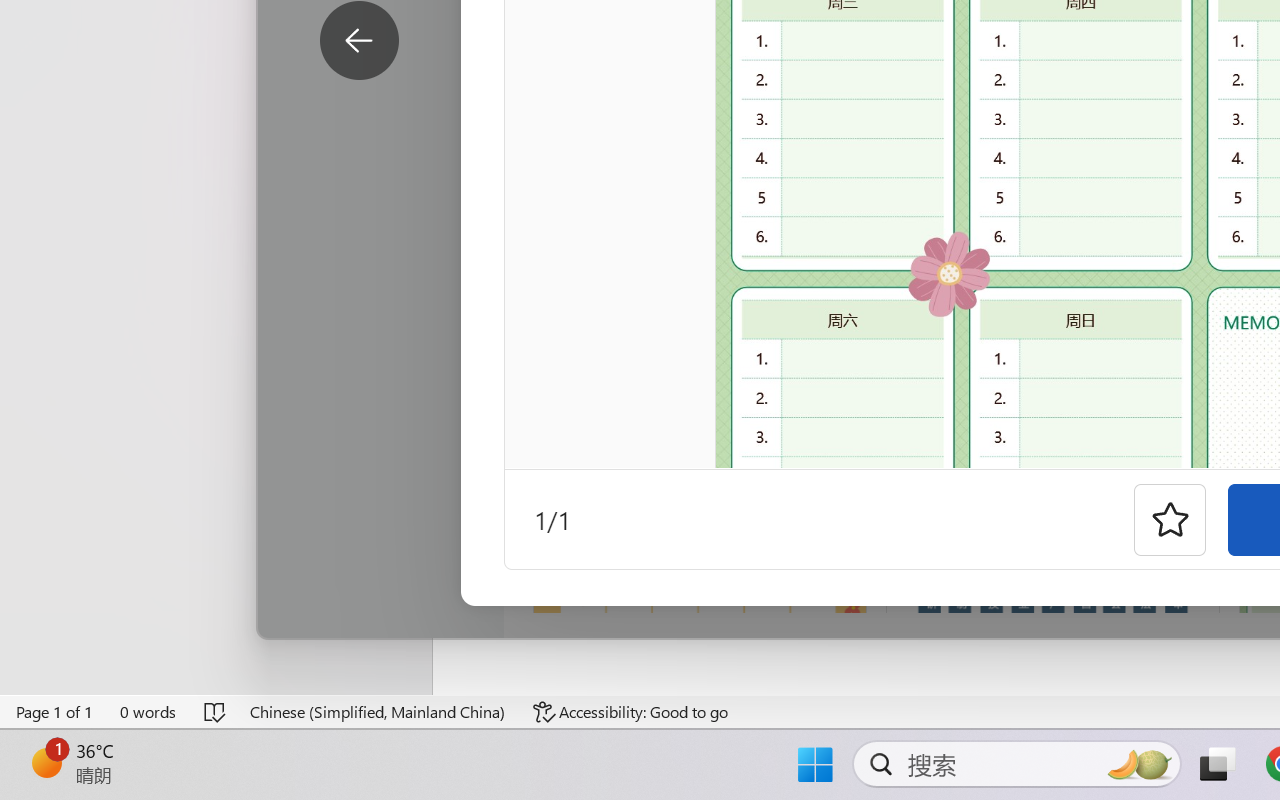 The width and height of the screenshot is (1280, 800). I want to click on 'Language Chinese (Simplified, Mainland China)', so click(378, 711).